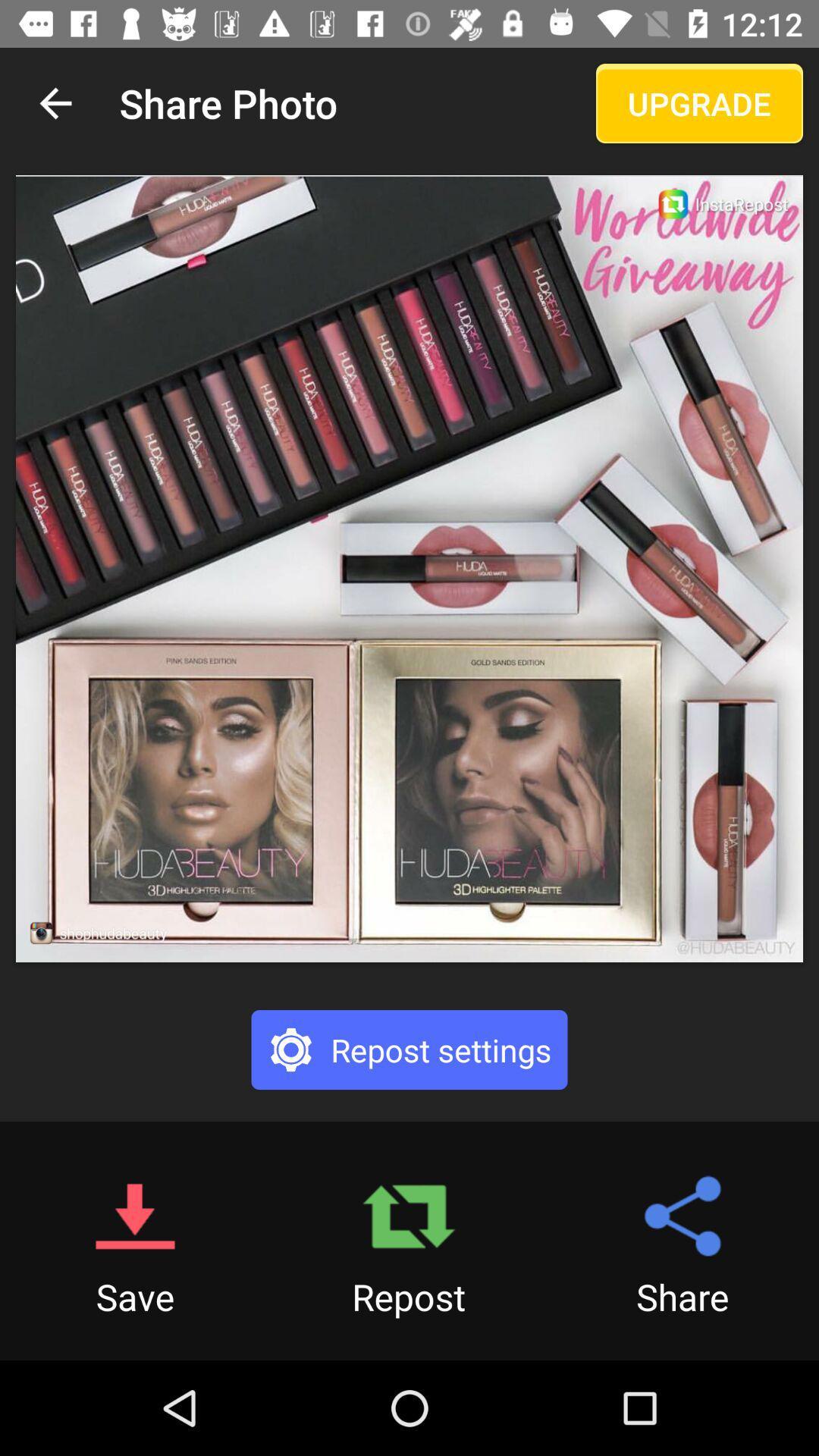  Describe the element at coordinates (55, 102) in the screenshot. I see `previous screen` at that location.